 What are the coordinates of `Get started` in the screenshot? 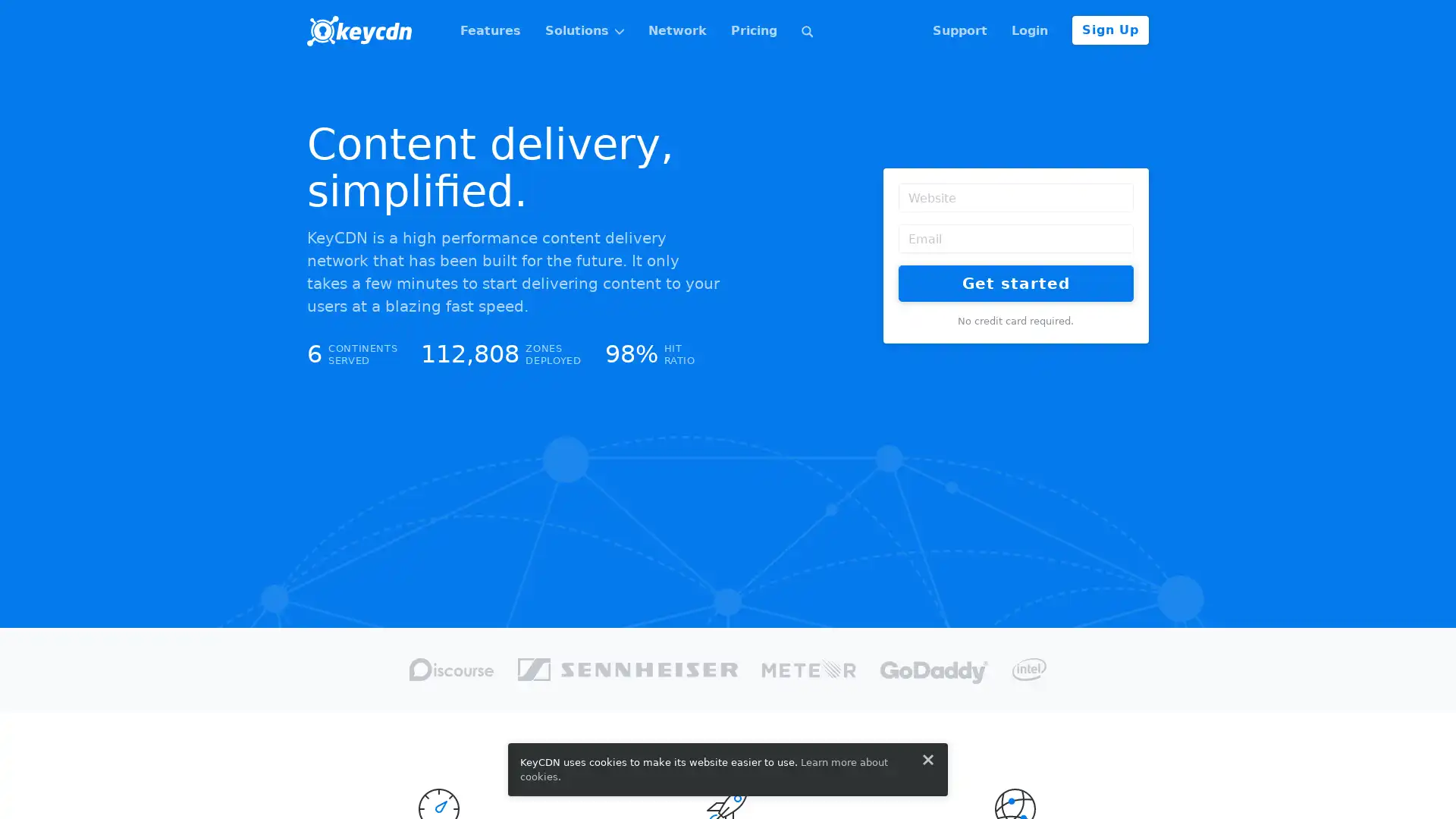 It's located at (1015, 284).